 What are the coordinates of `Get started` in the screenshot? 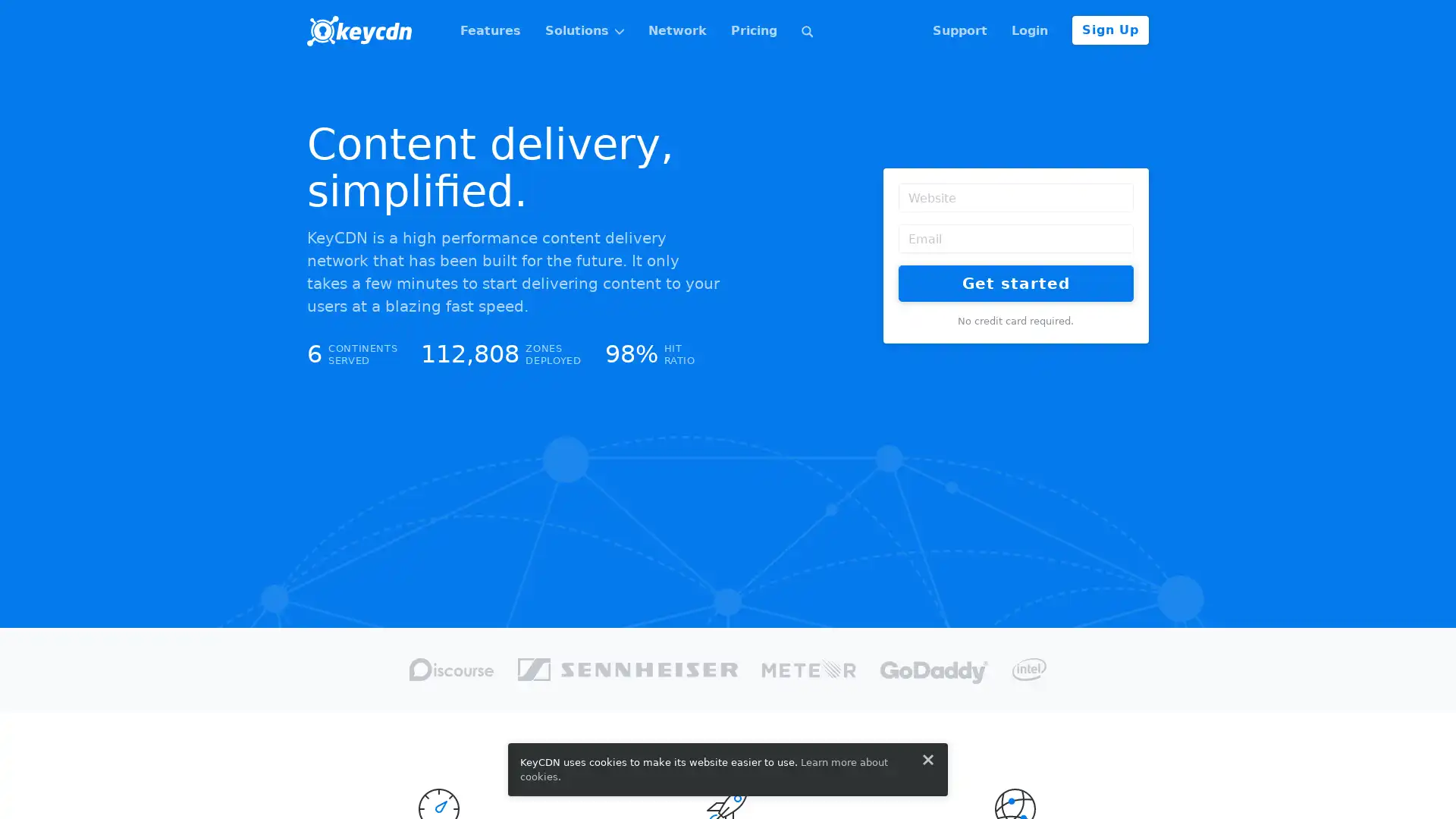 It's located at (1015, 284).